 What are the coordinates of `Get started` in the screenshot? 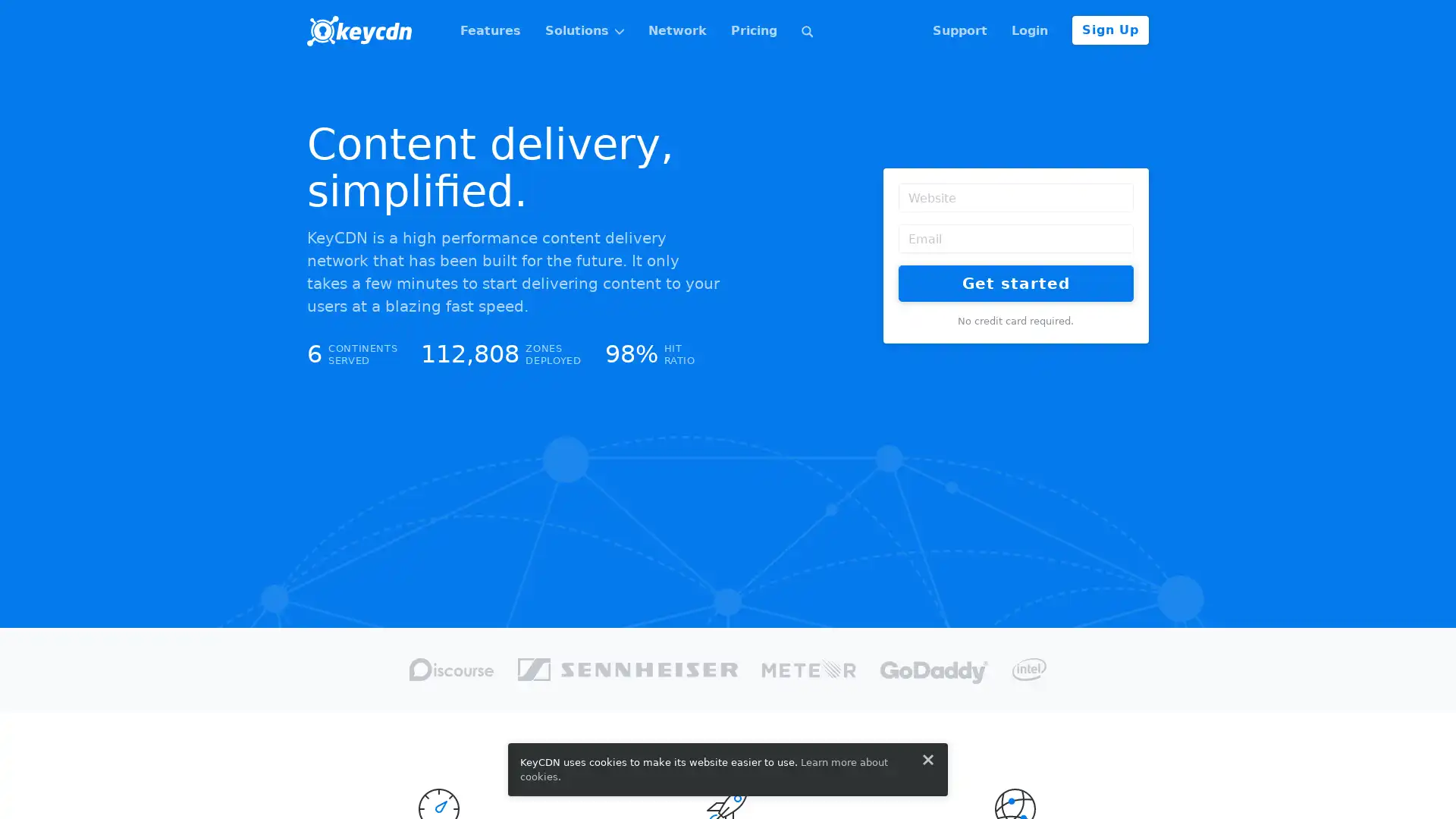 It's located at (1015, 284).